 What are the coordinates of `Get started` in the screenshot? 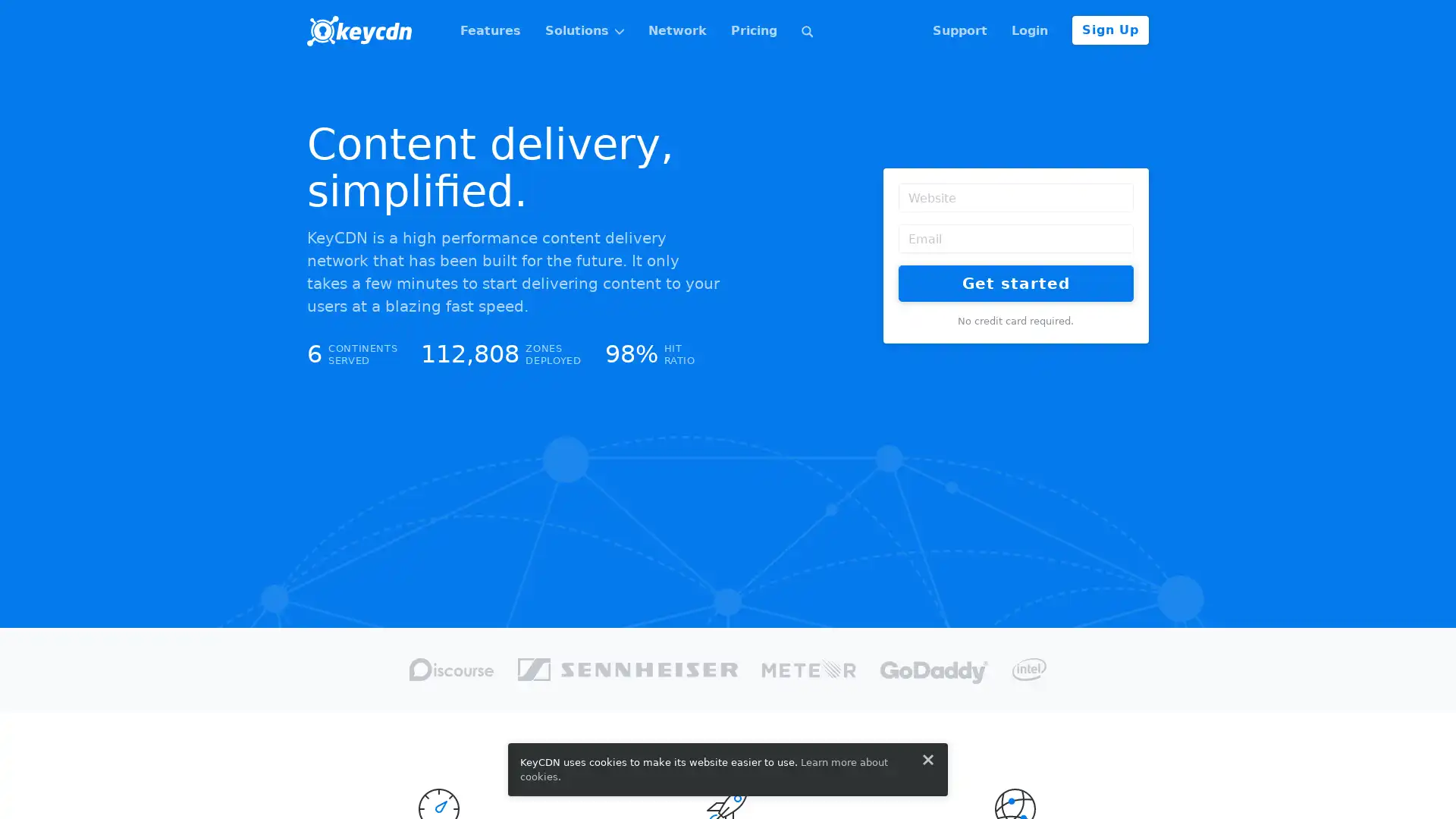 It's located at (1015, 284).